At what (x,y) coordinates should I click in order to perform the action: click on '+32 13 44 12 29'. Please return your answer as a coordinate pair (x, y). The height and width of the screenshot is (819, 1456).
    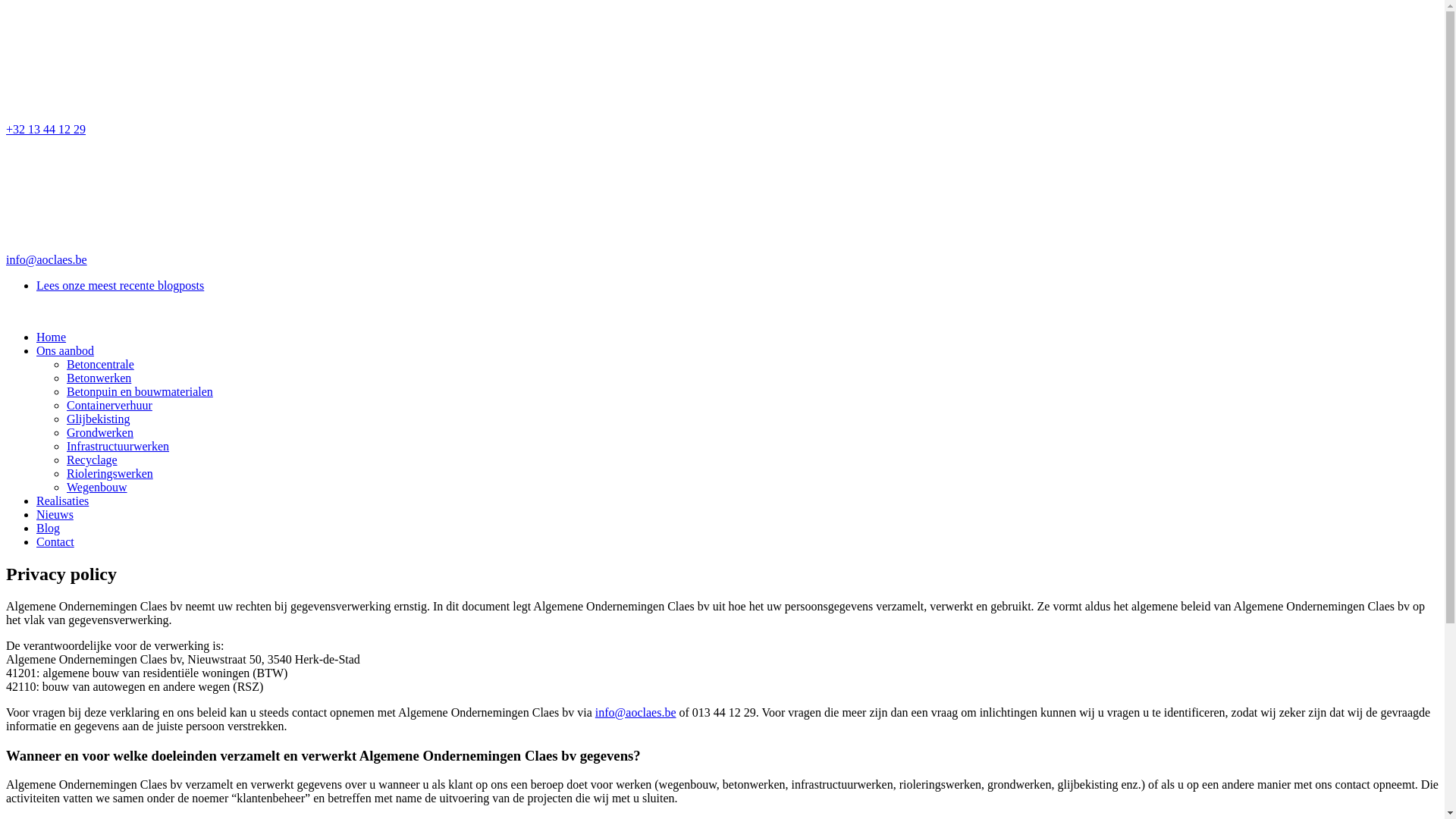
    Looking at the image, I should click on (721, 71).